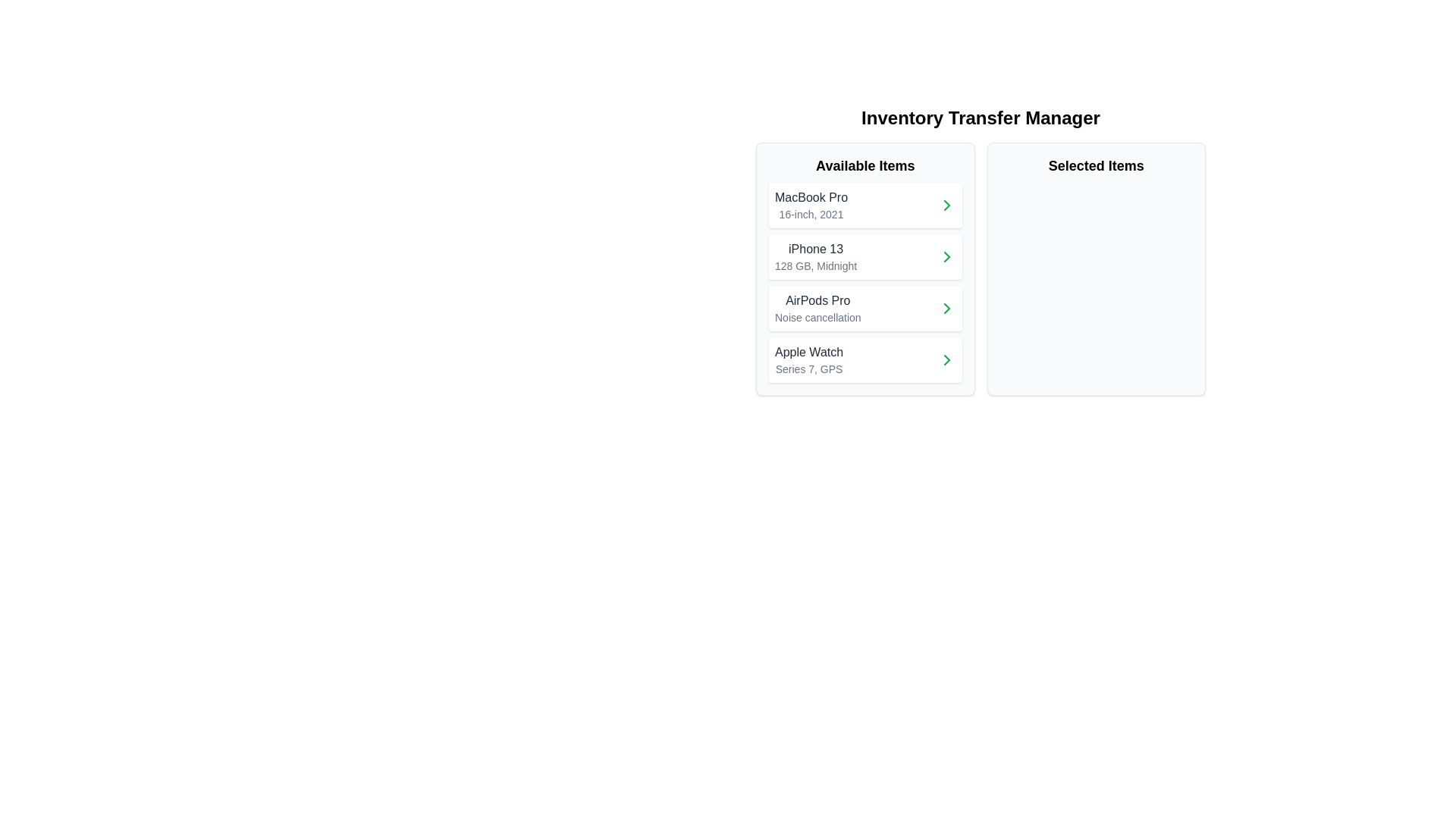 This screenshot has width=1456, height=819. I want to click on the rightward-facing arrow icon associated with the 'iPhone 13 128 GB, Midnight' list item in the 'Available Items' panel of the 'Inventory Transfer Manager' interface, so click(946, 256).